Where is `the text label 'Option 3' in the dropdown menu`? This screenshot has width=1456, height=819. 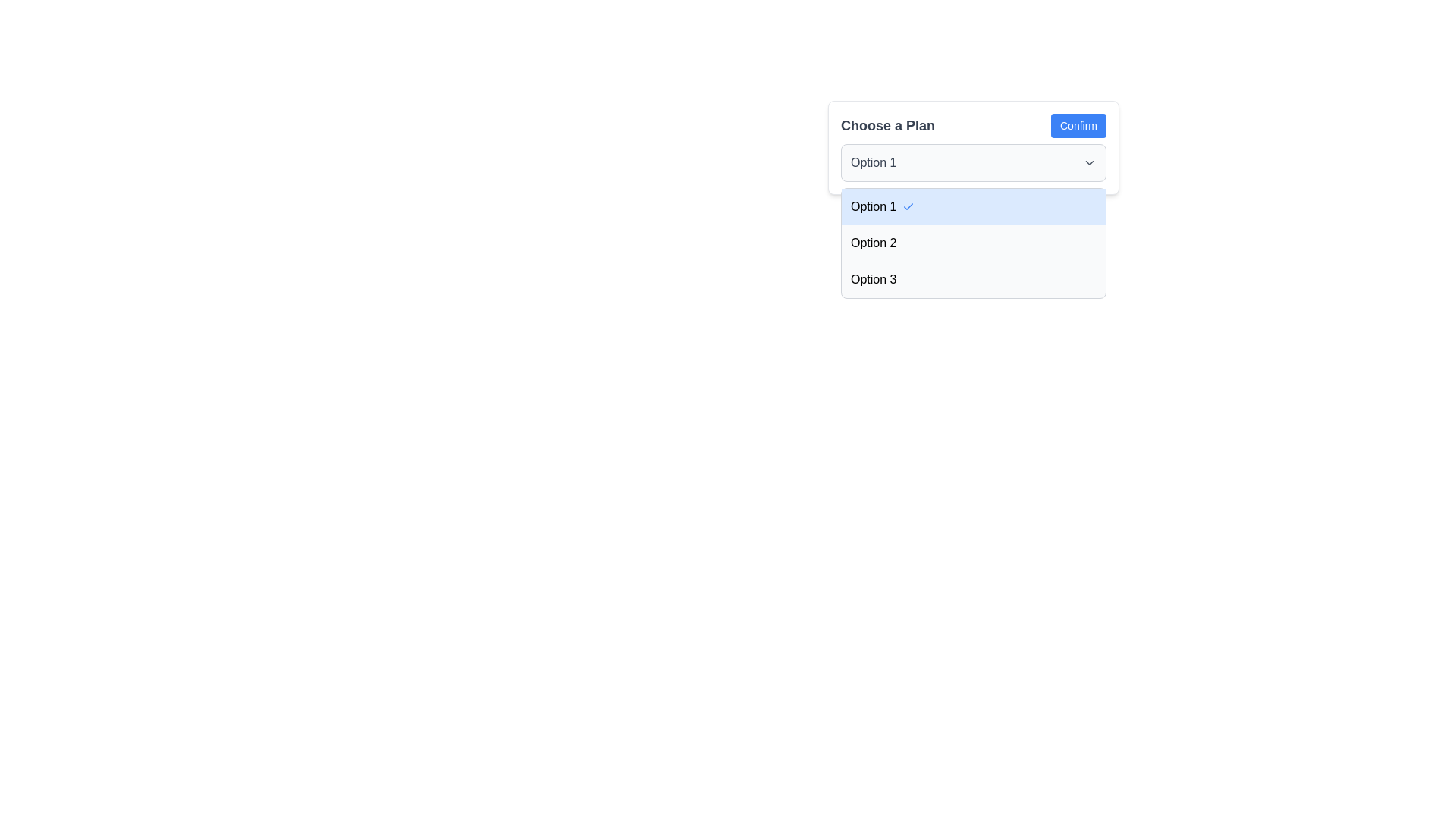
the text label 'Option 3' in the dropdown menu is located at coordinates (874, 280).